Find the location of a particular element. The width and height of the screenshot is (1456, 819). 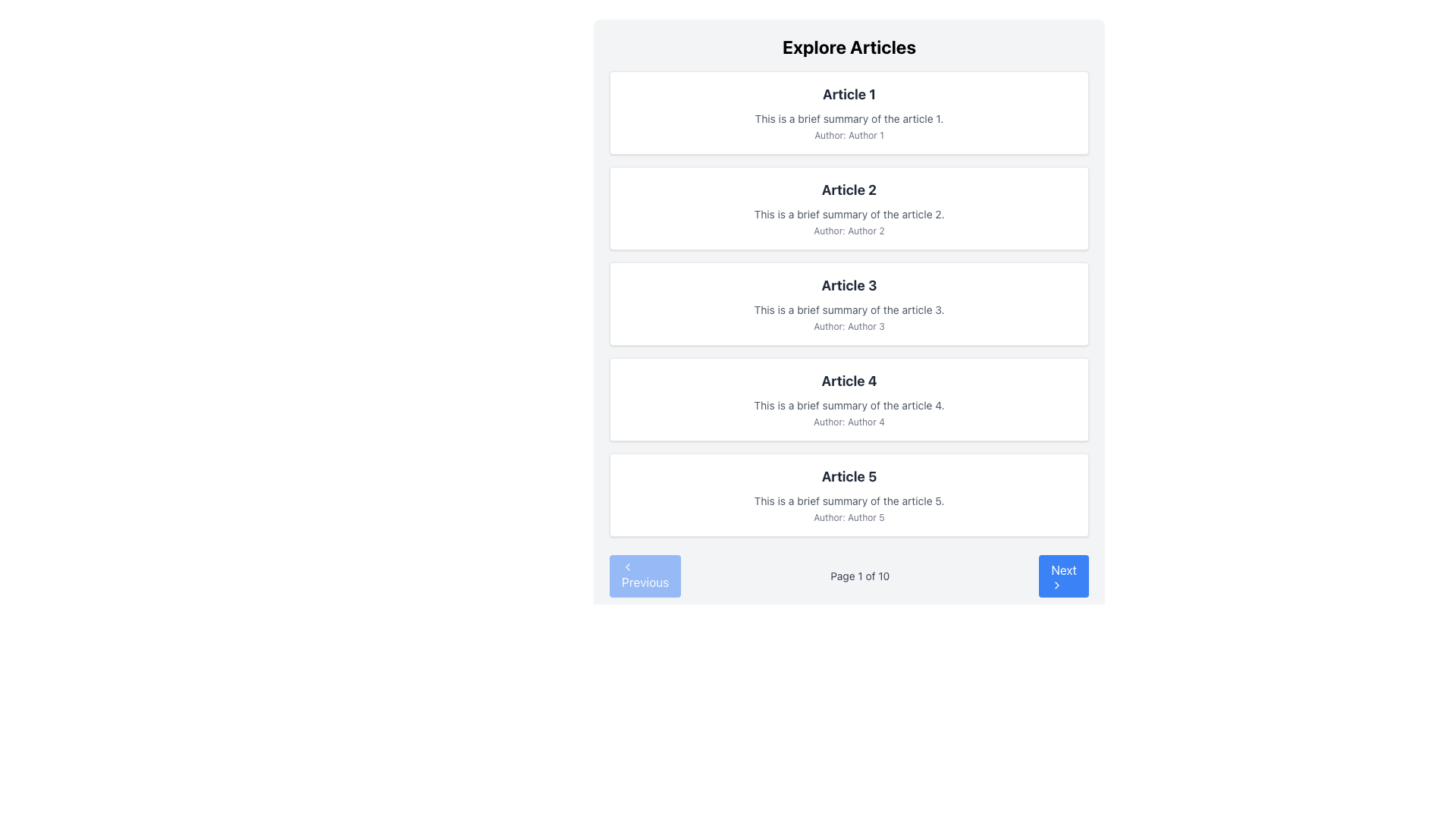

the Informational card titled 'Article 4', which is the fourth card in a vertical list, featuring a white background, a bold title, a summary, and an author indication is located at coordinates (848, 399).